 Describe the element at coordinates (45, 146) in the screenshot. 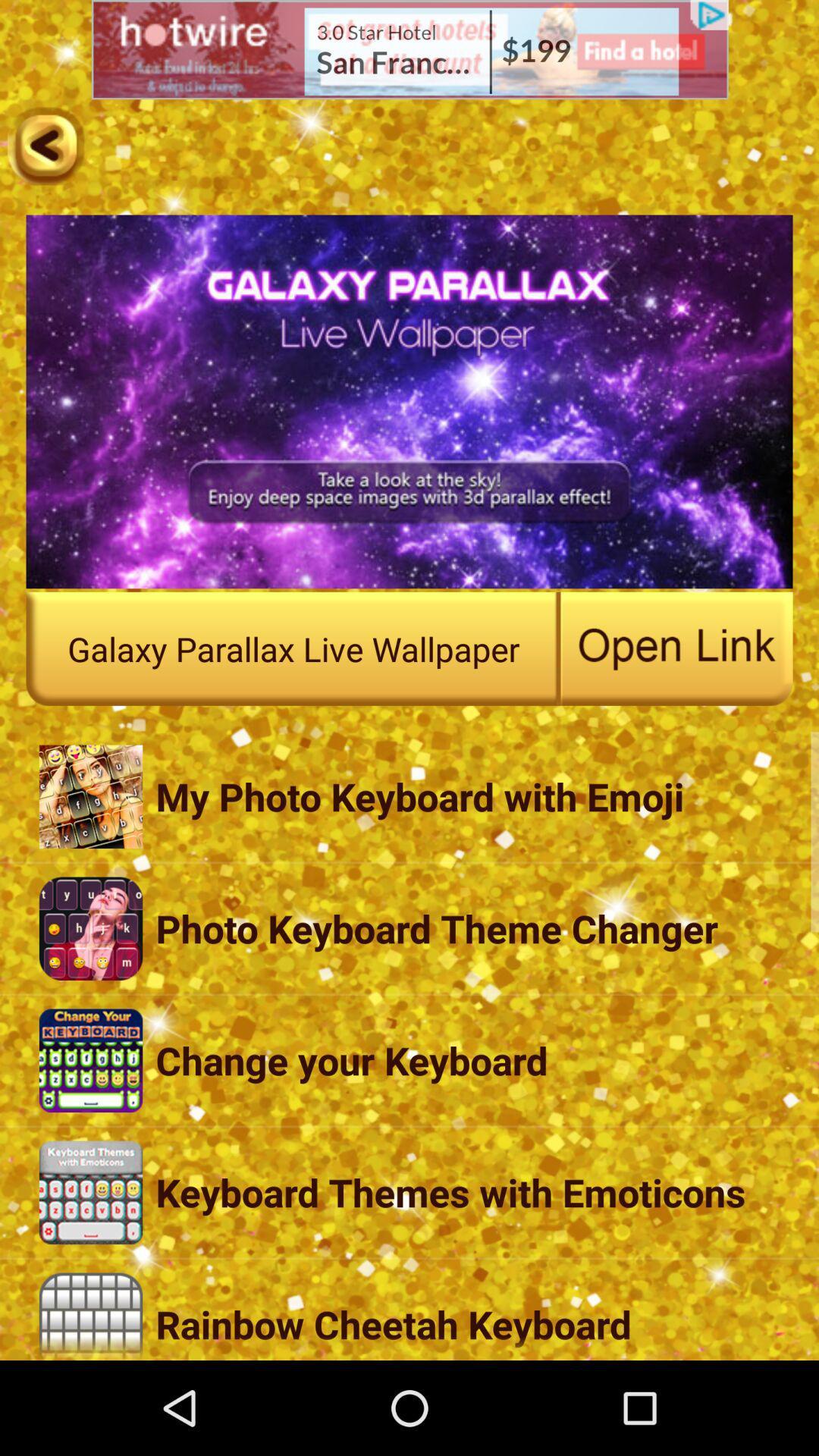

I see `previous` at that location.